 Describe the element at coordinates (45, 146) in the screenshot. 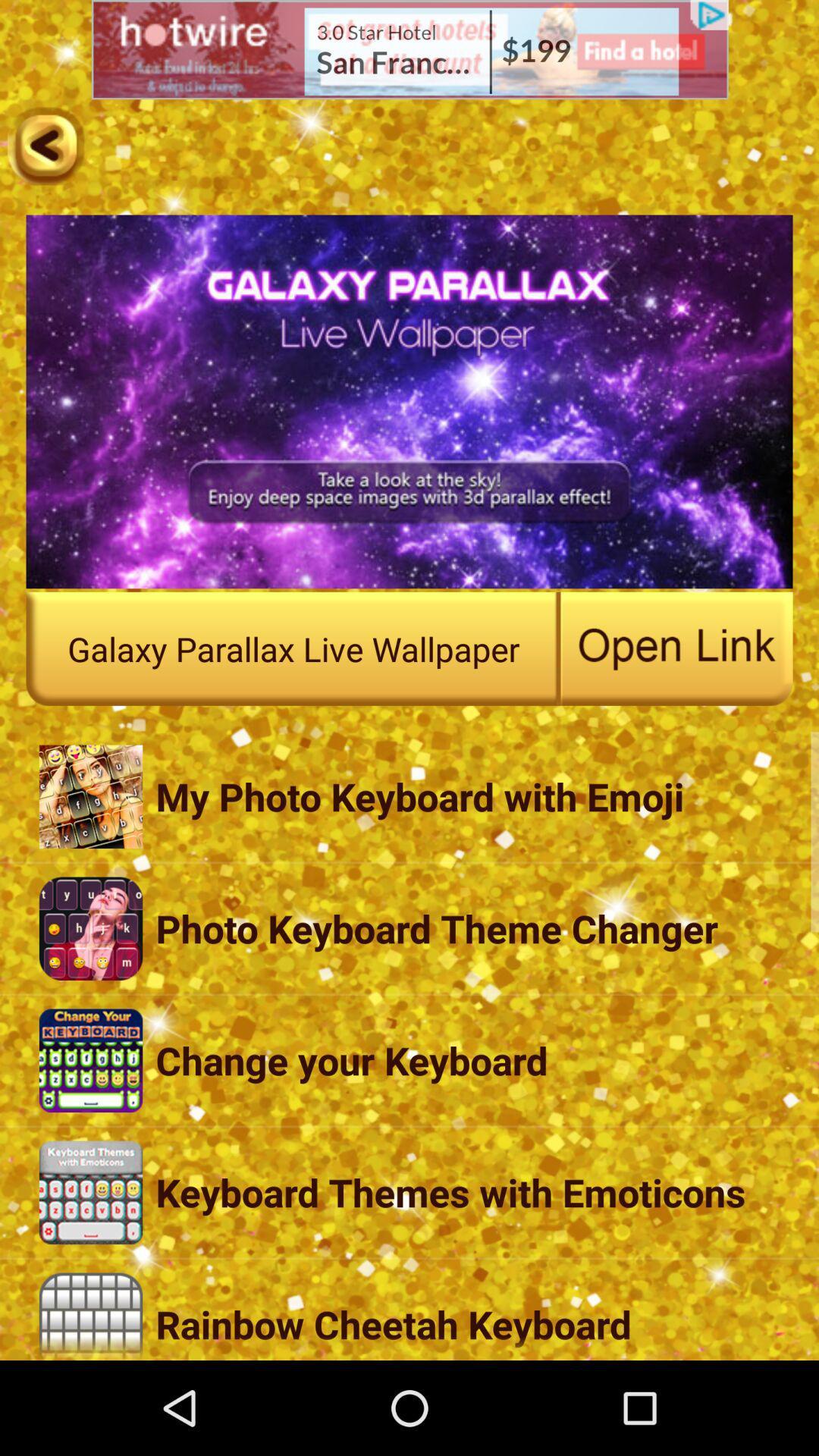

I see `previous` at that location.